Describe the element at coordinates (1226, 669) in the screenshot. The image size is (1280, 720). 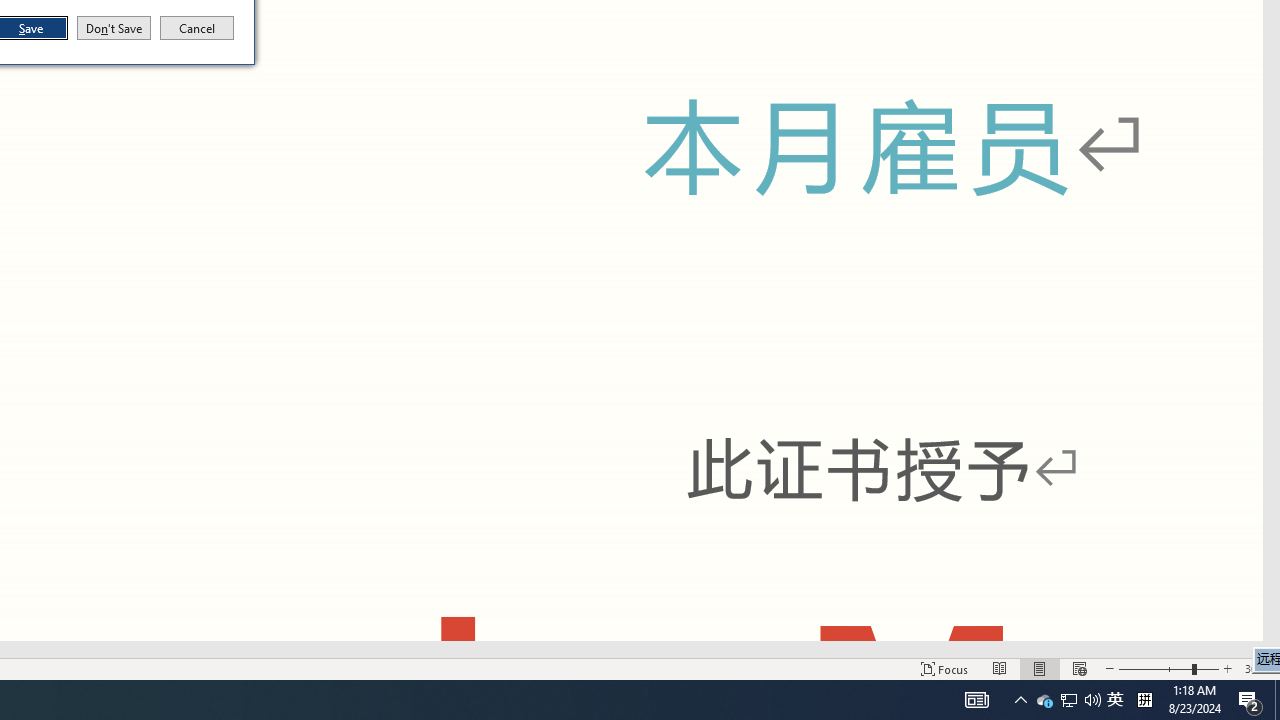
I see `'Zoom In'` at that location.